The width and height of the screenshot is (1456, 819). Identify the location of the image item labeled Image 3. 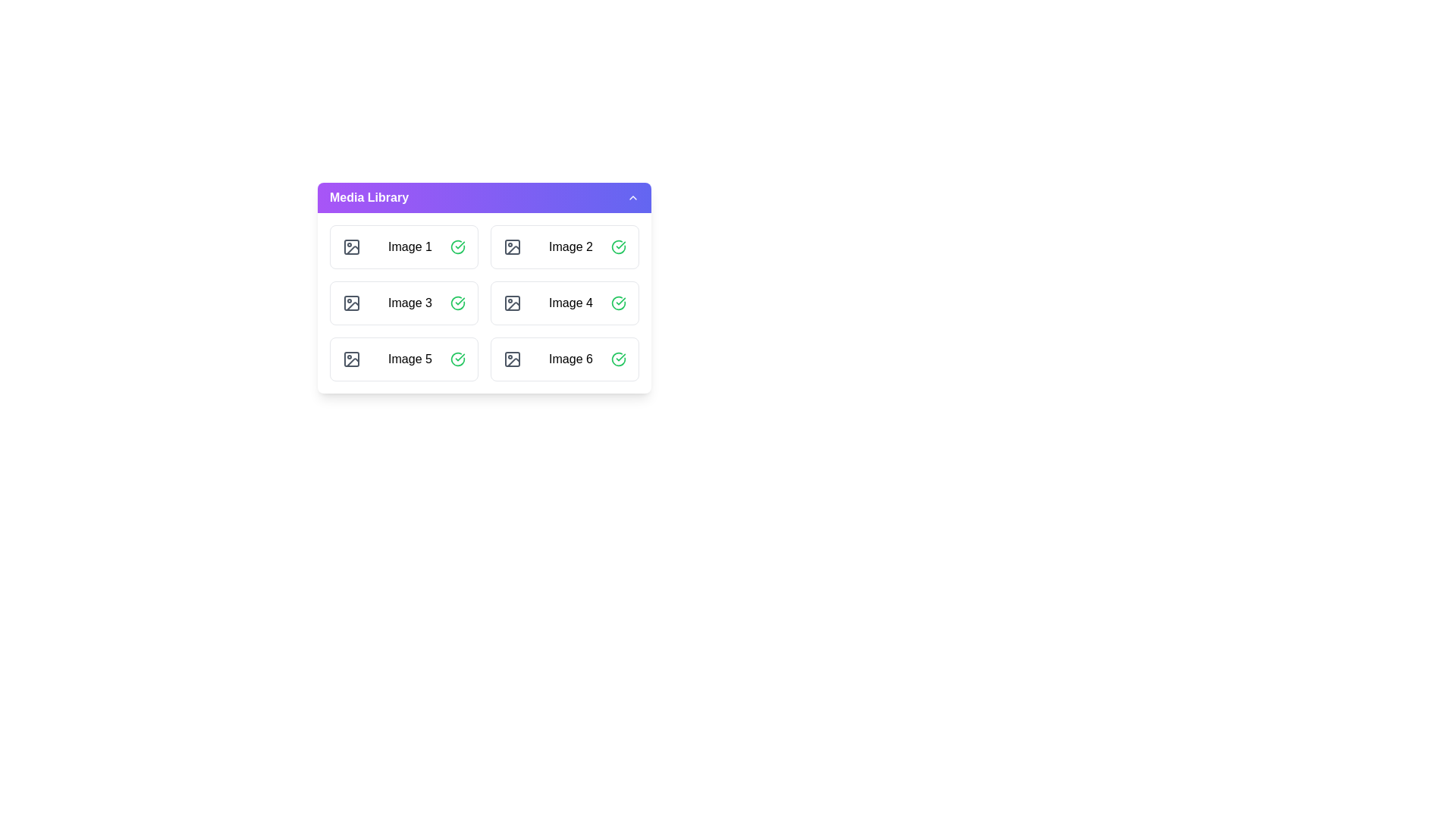
(403, 303).